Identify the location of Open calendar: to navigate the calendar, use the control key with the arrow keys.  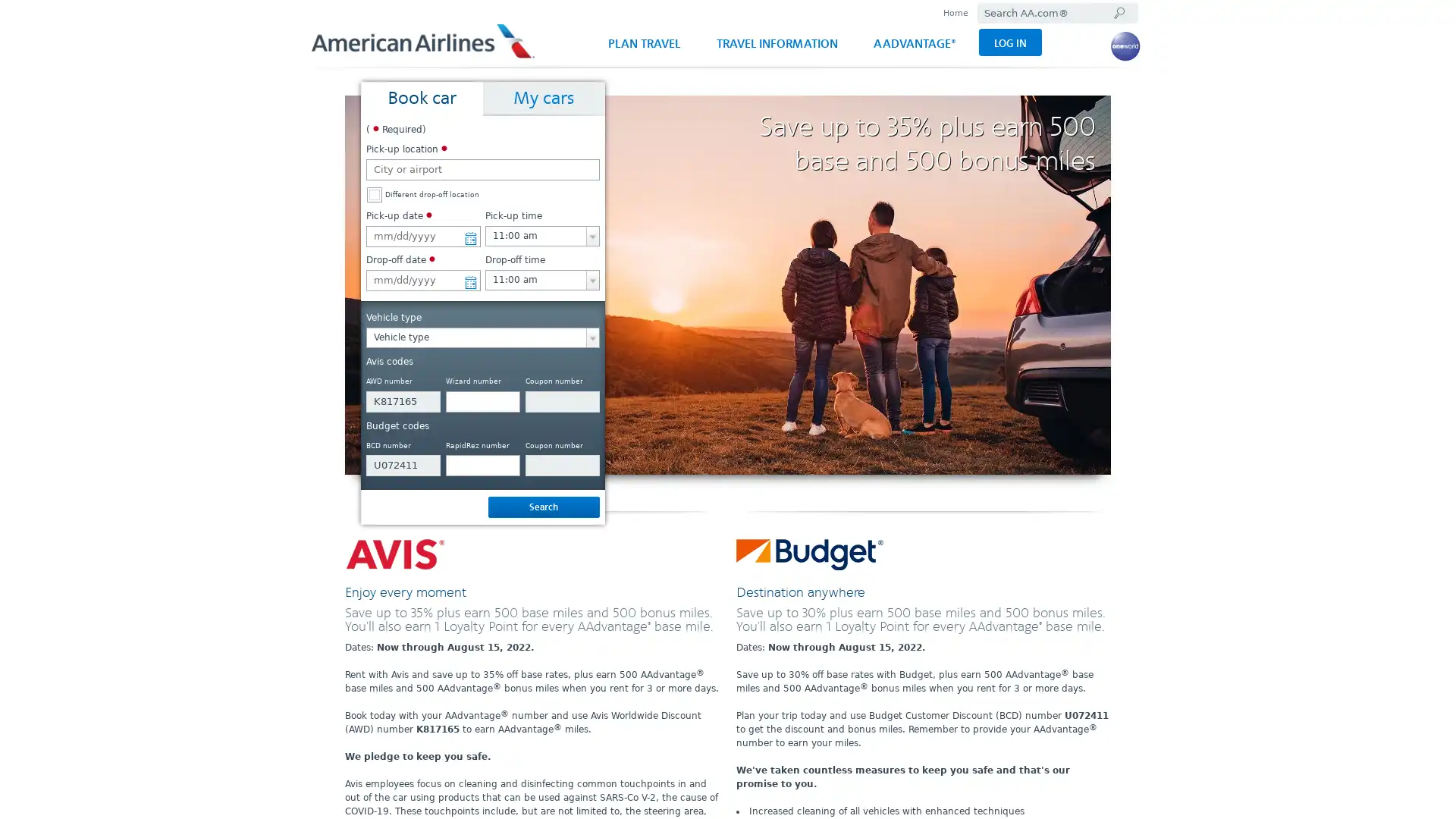
(469, 278).